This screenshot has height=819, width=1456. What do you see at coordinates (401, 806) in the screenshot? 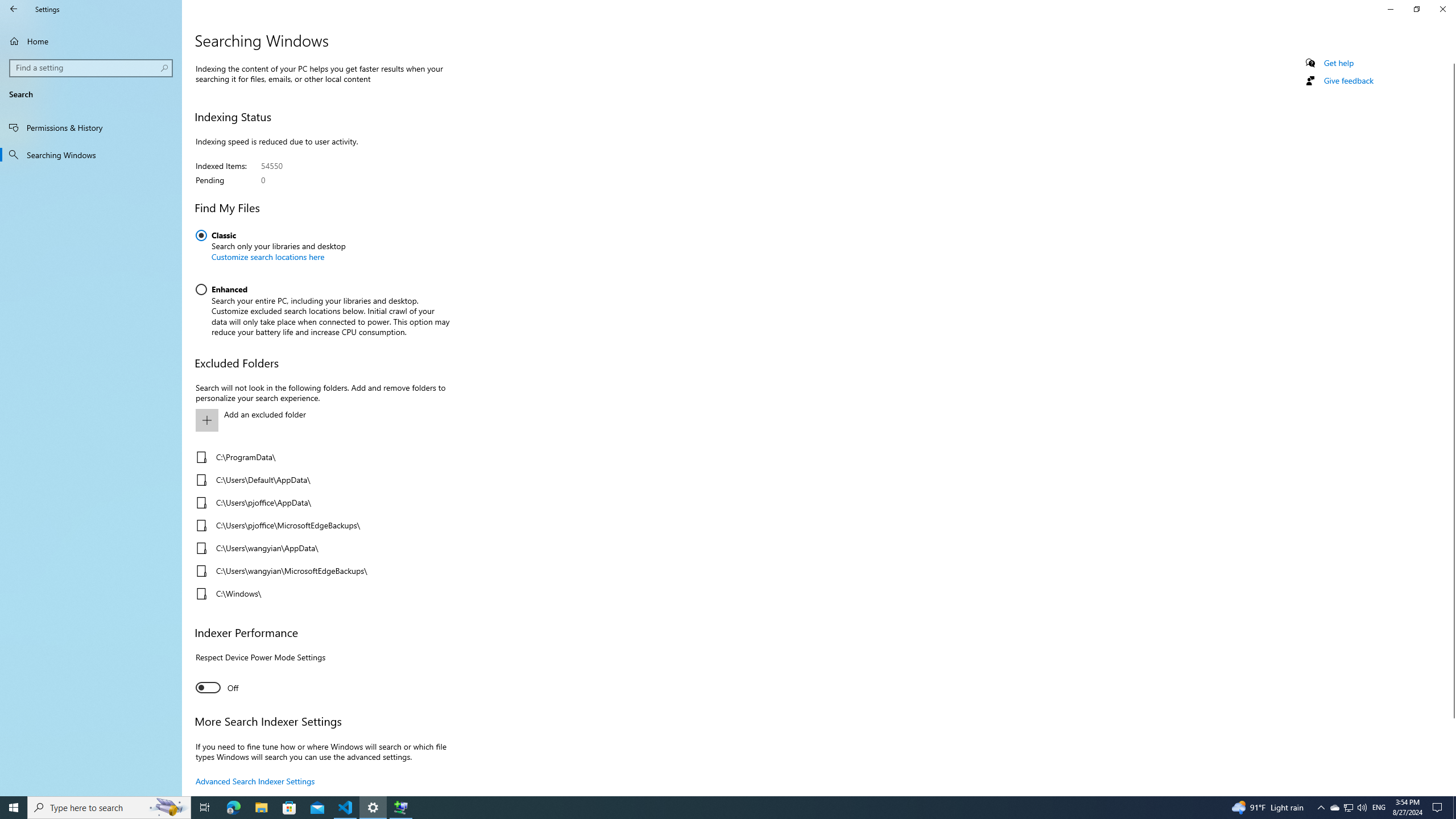
I see `'Extensible Wizards Host Process - 1 running window'` at bounding box center [401, 806].